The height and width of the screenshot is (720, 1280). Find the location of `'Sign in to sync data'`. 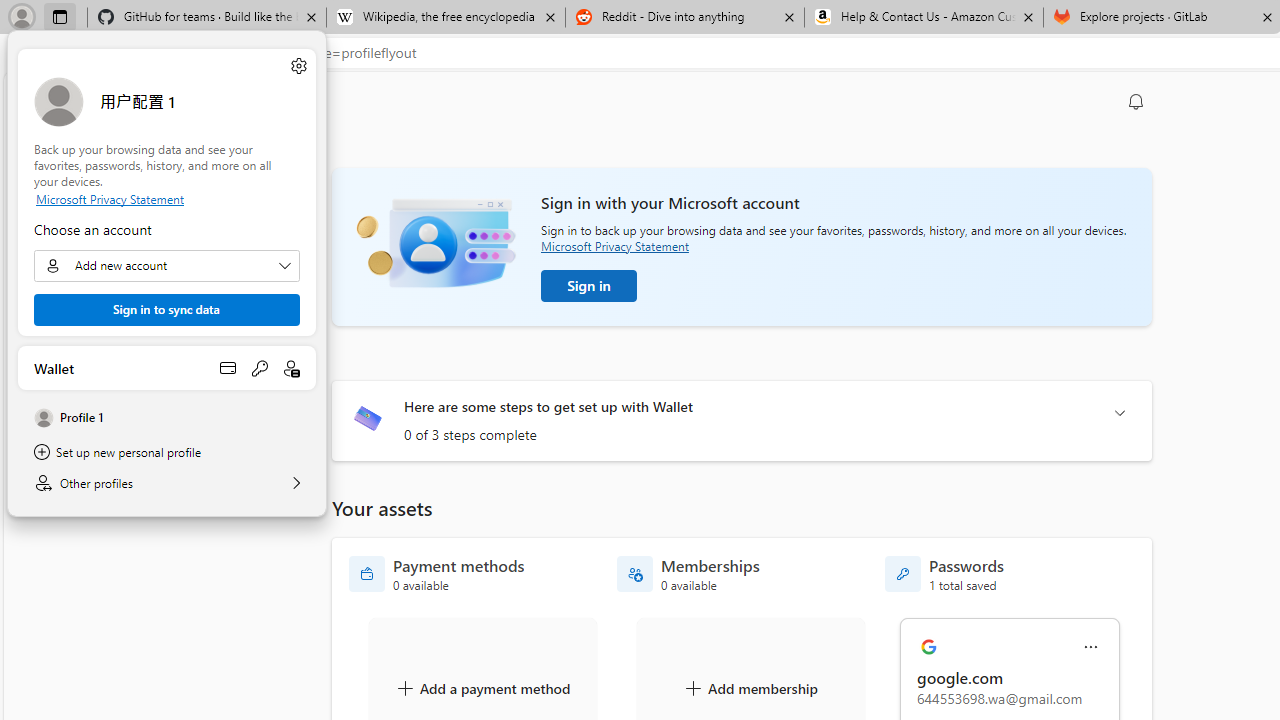

'Sign in to sync data' is located at coordinates (167, 309).